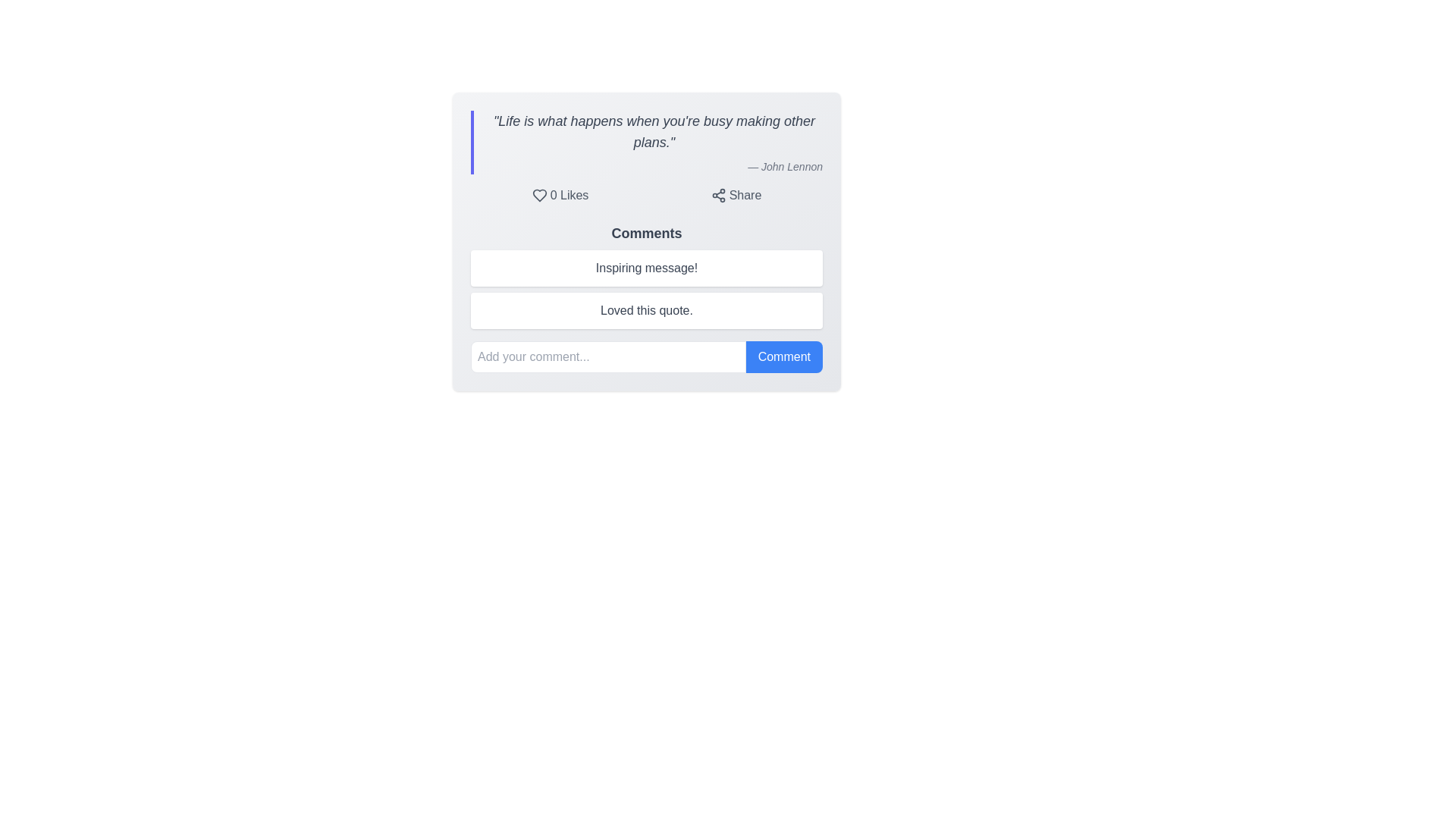  What do you see at coordinates (539, 195) in the screenshot?
I see `the heart-shaped icon representing the 'like' action to express approval for the associated content` at bounding box center [539, 195].